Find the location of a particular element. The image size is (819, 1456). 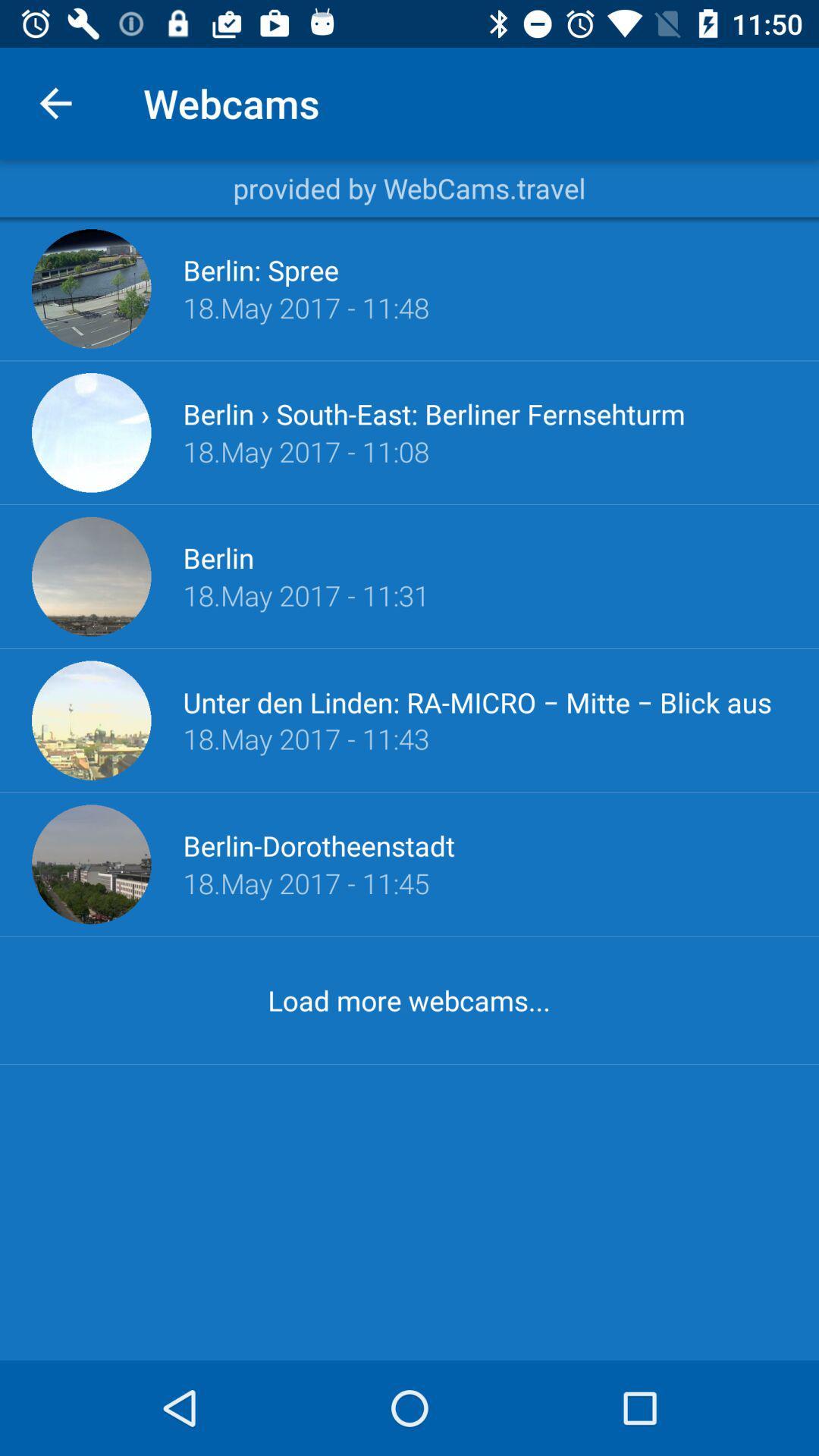

icon below 18 may 2017 is located at coordinates (434, 414).